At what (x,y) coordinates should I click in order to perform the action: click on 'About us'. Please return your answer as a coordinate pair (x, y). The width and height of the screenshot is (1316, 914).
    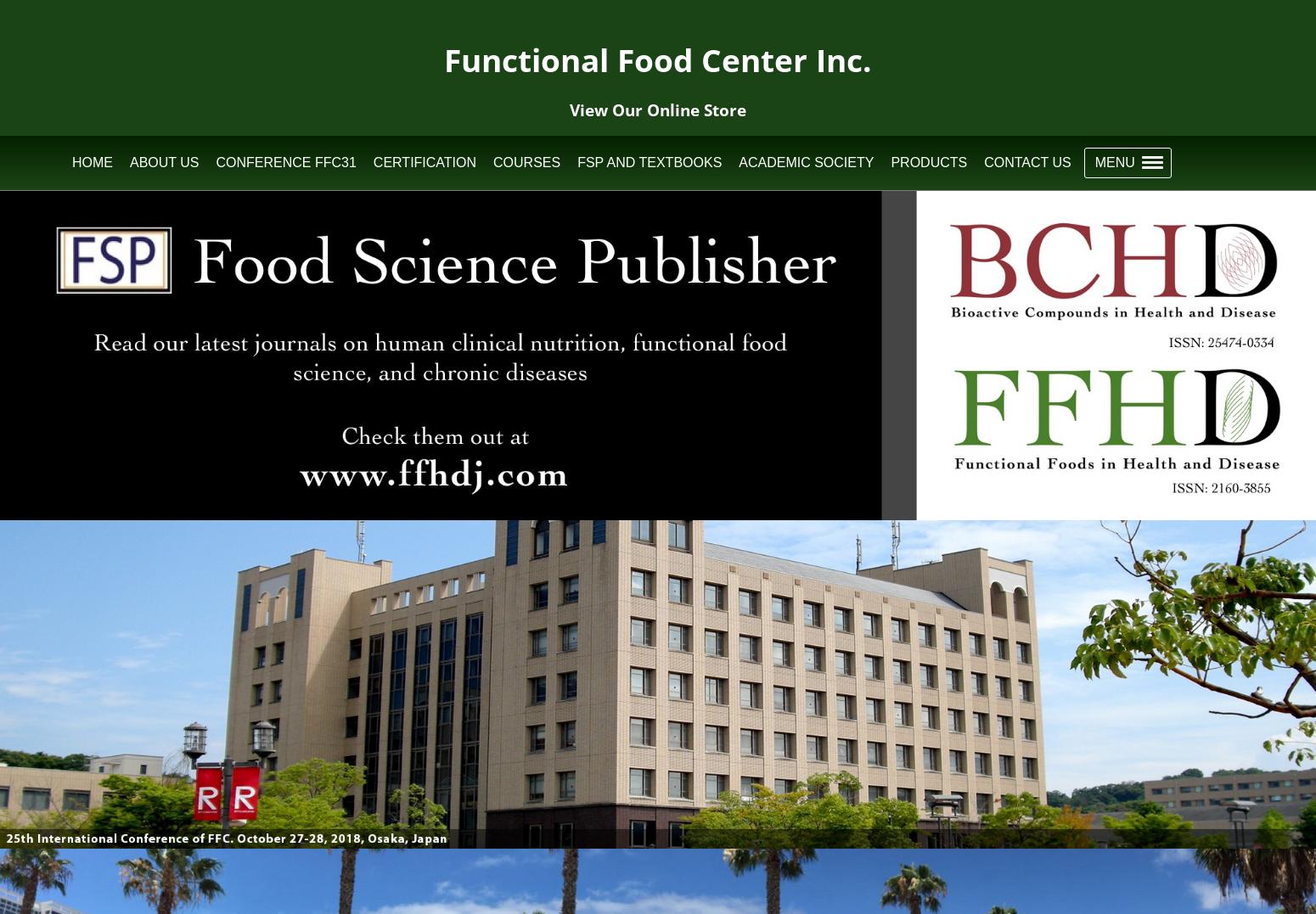
    Looking at the image, I should click on (163, 161).